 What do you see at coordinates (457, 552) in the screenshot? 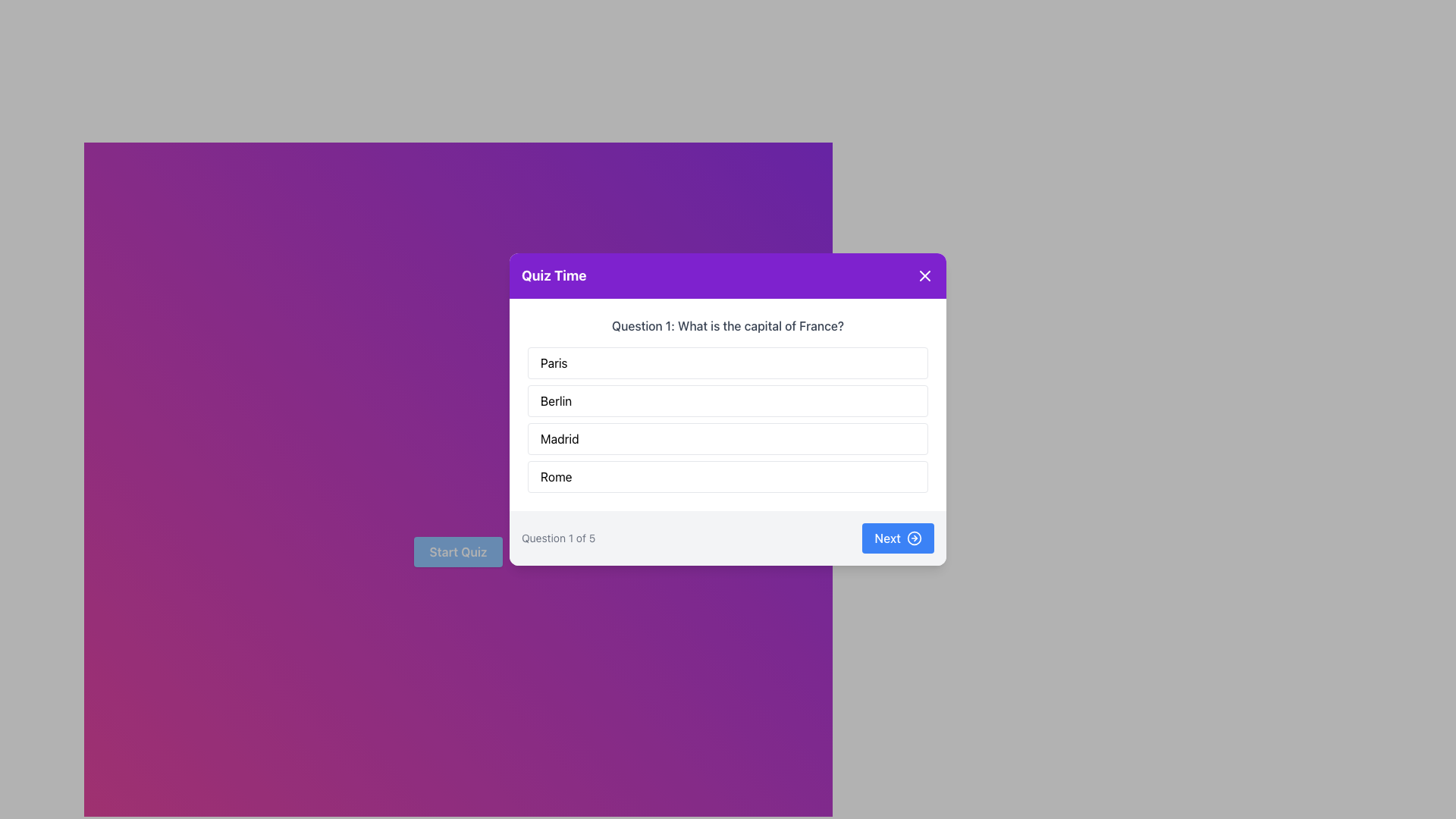
I see `the quiz initiation button located near the bottom-left corner of the quiz interface` at bounding box center [457, 552].